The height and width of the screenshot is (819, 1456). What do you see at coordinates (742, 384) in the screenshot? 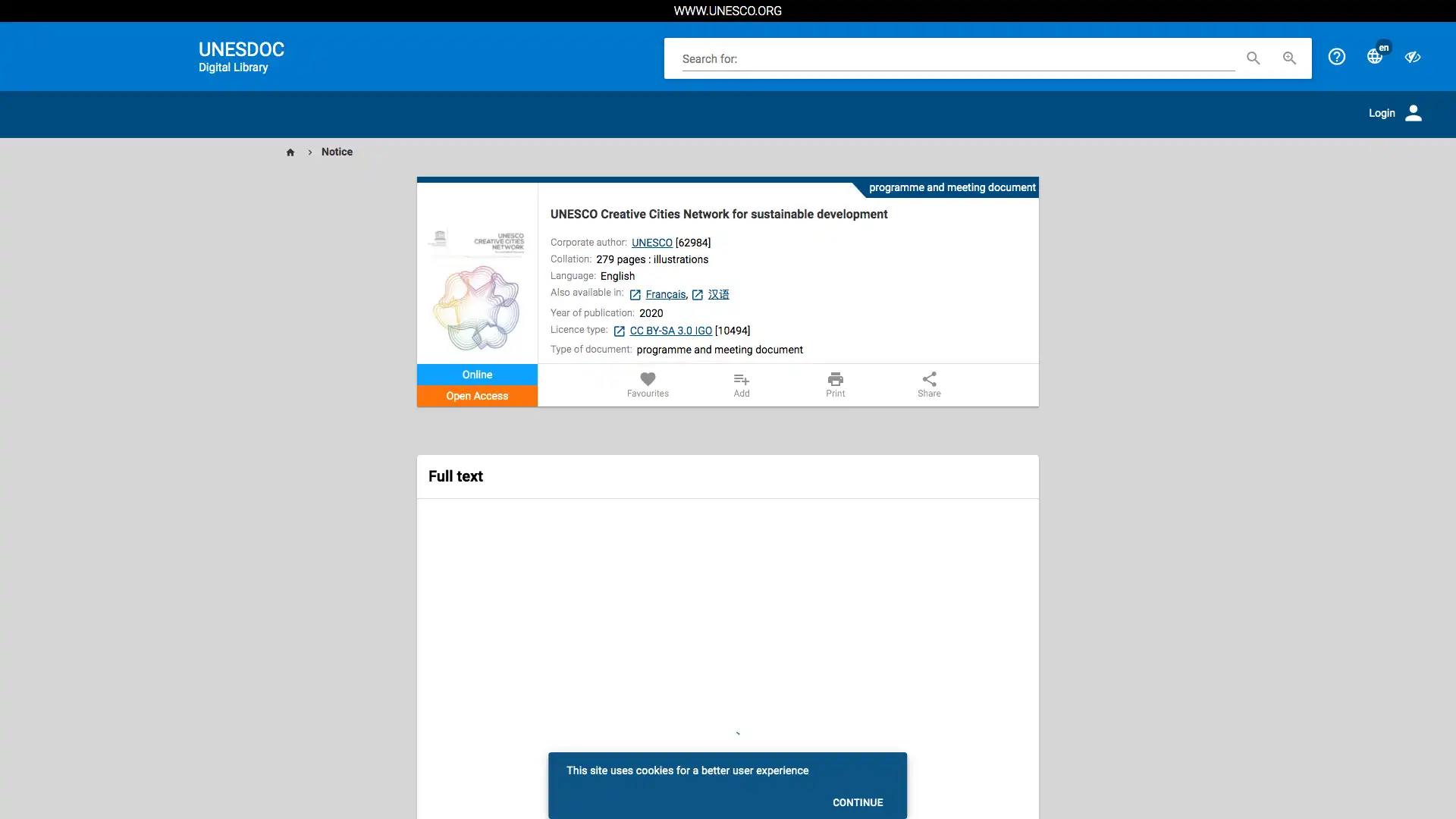
I see `Add` at bounding box center [742, 384].